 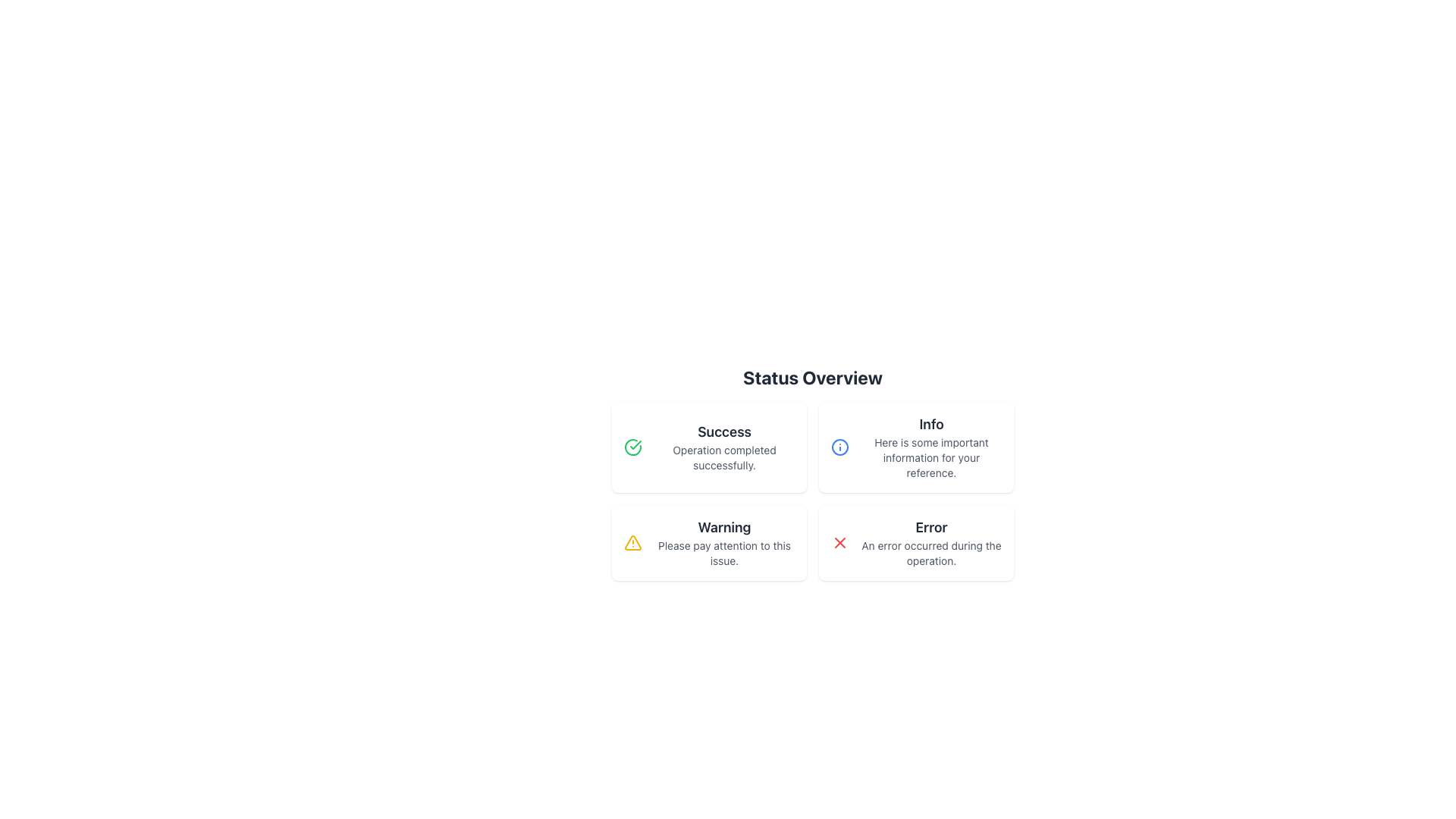 What do you see at coordinates (708, 447) in the screenshot?
I see `the content of the Status indicator card, which shows a successful completion message and a green checkmark icon, located in the top-left section of the grid layout` at bounding box center [708, 447].